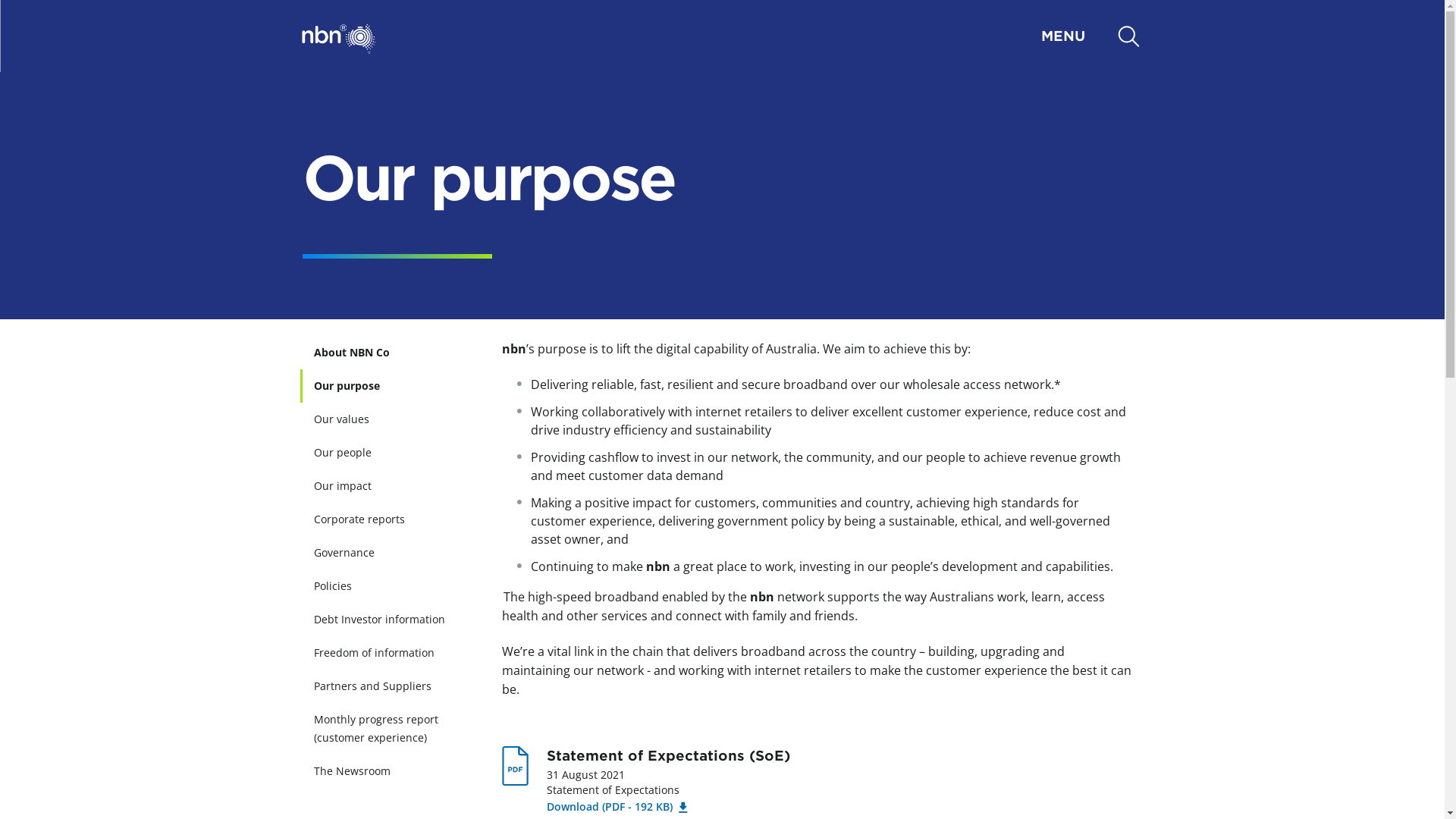  What do you see at coordinates (388, 485) in the screenshot?
I see `'Our impact'` at bounding box center [388, 485].